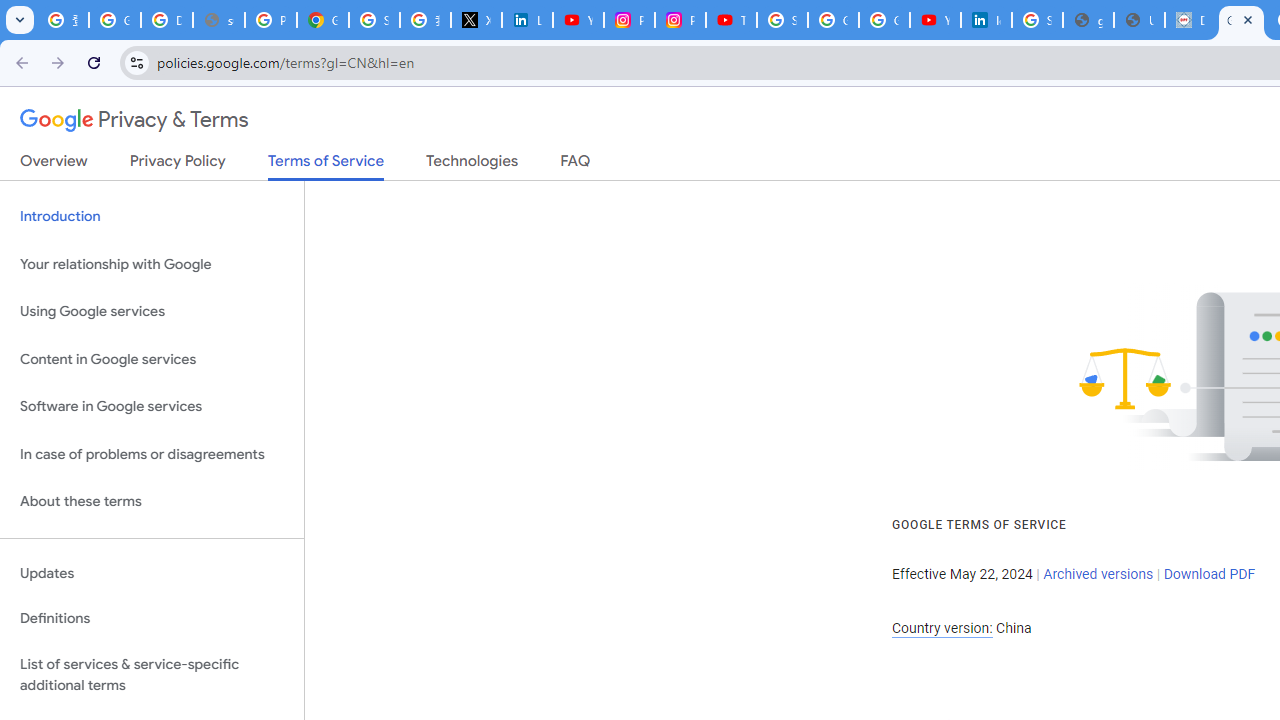 The width and height of the screenshot is (1280, 720). I want to click on 'Download PDF', so click(1208, 574).